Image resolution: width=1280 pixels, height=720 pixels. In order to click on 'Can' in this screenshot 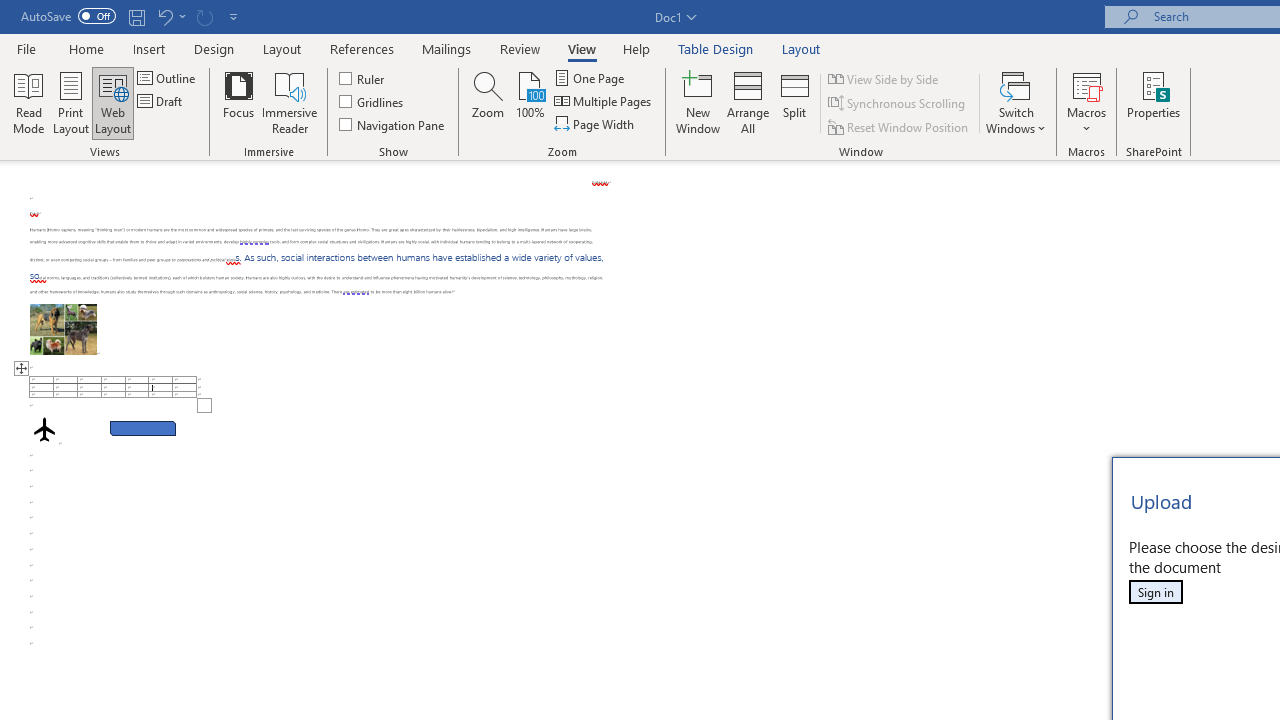, I will do `click(204, 16)`.